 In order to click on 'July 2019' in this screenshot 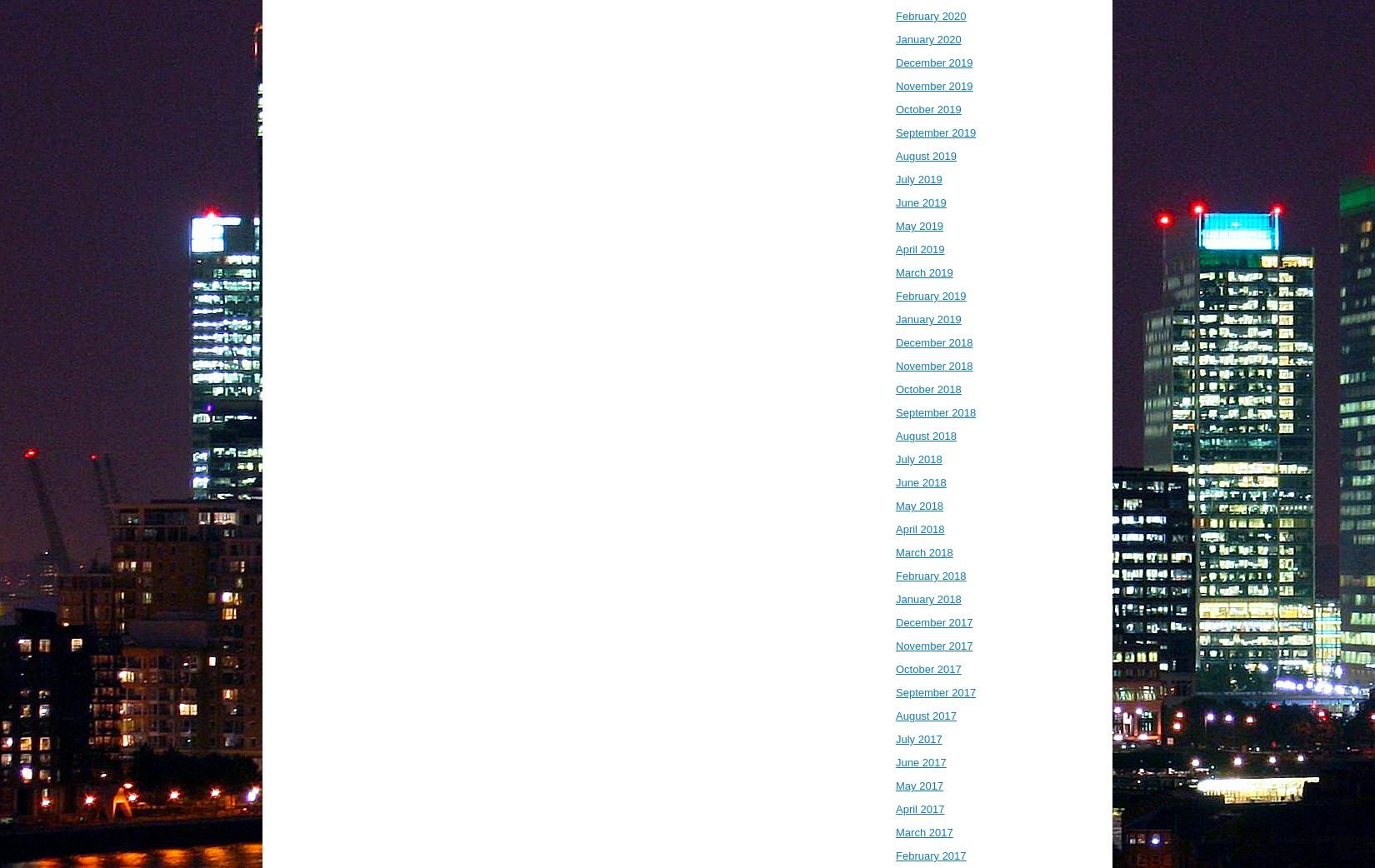, I will do `click(918, 178)`.